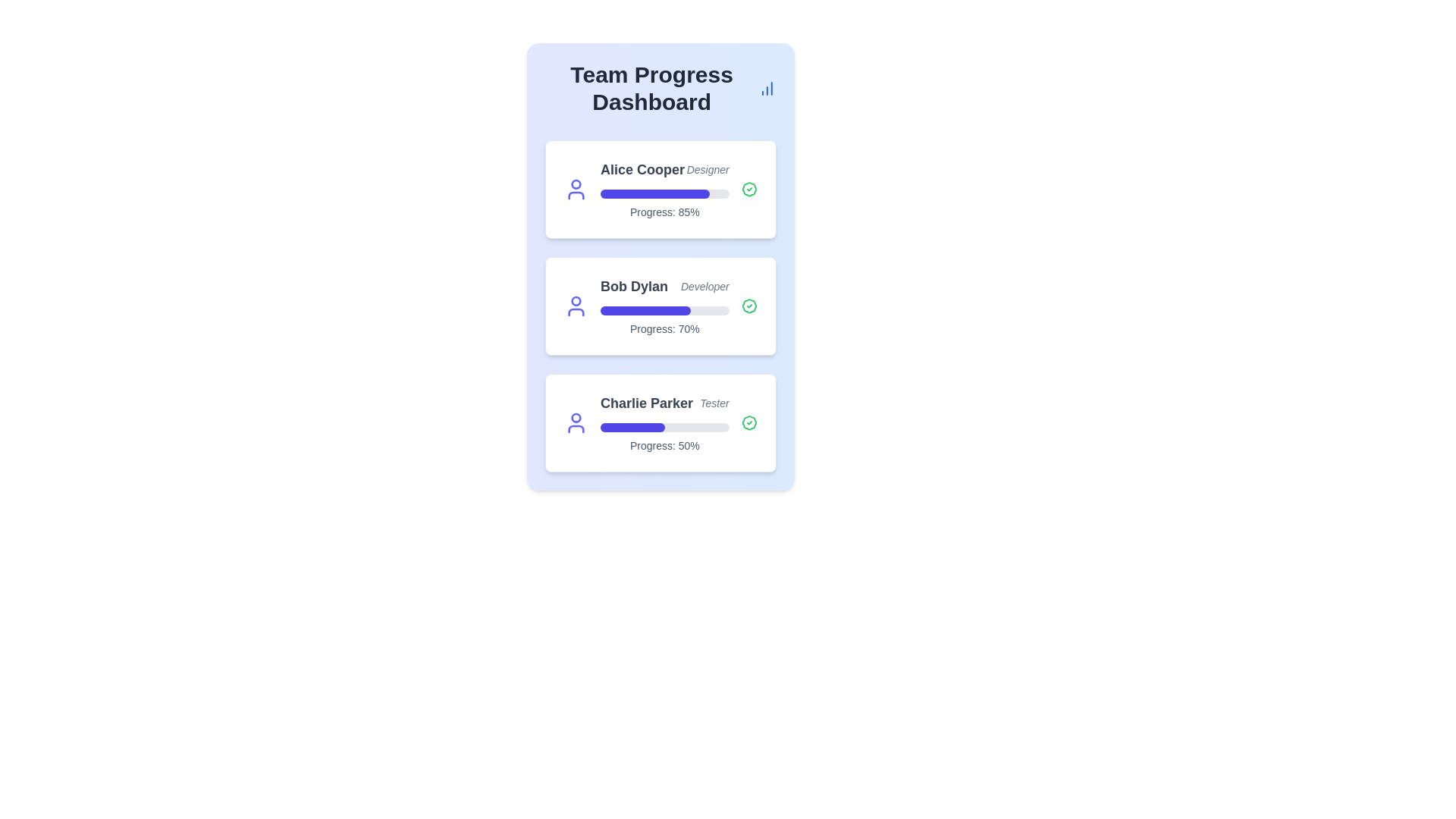 This screenshot has height=819, width=1456. I want to click on the text label displaying the role or designation of 'Charlie Parker', which is positioned to the right of the name within the list, so click(714, 403).